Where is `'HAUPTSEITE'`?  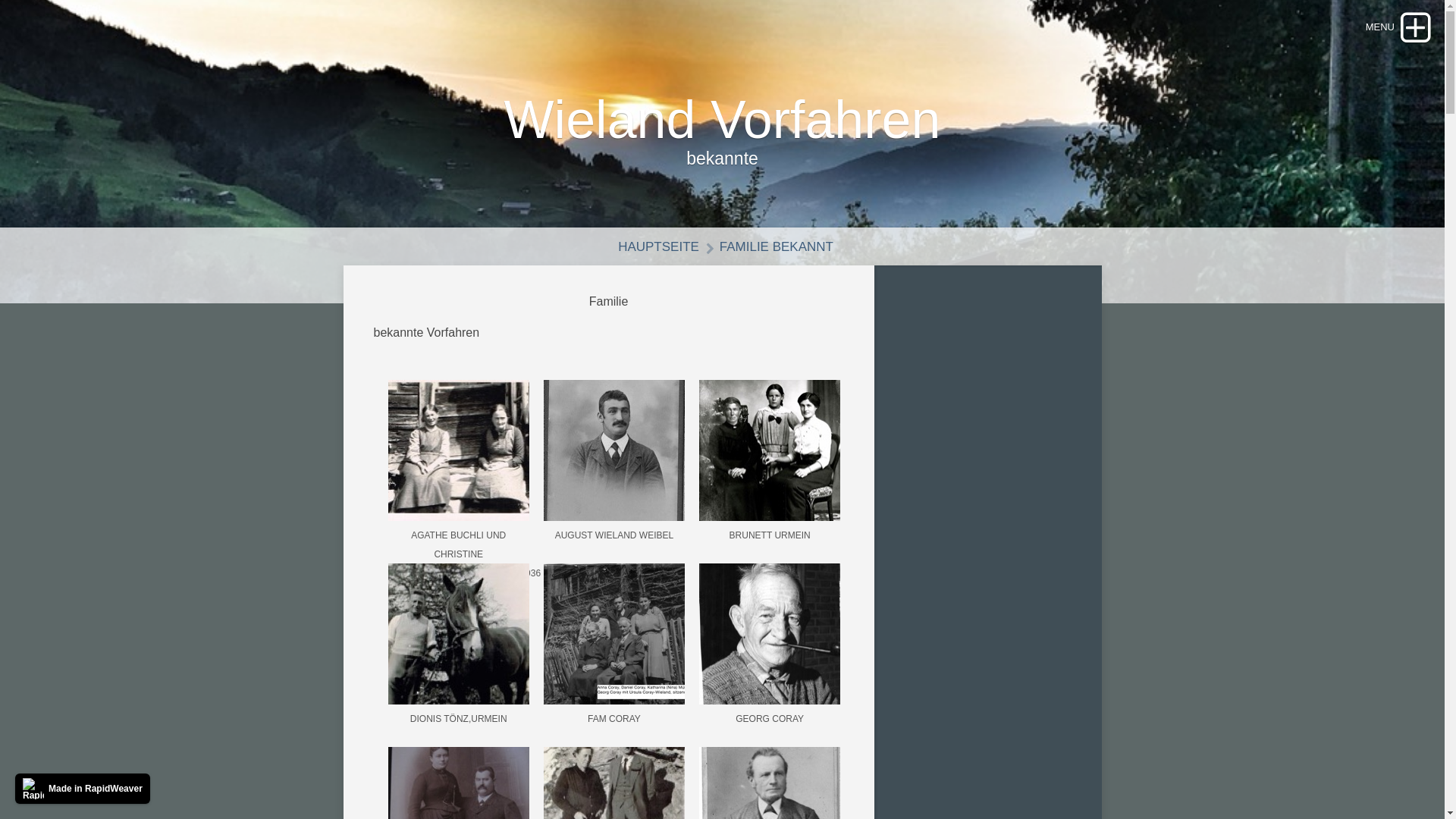 'HAUPTSEITE' is located at coordinates (651, 246).